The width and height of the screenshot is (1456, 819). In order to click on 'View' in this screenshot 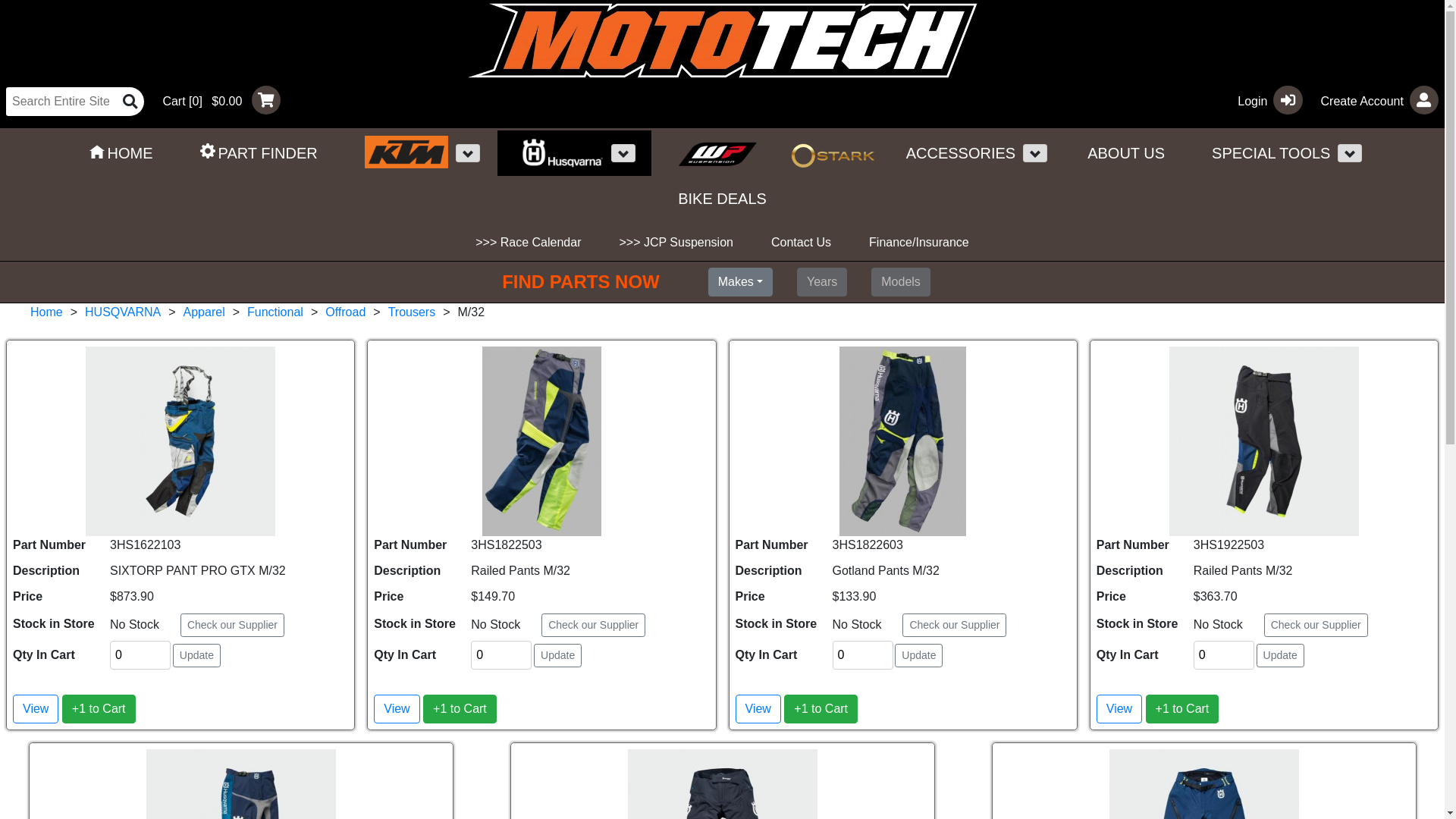, I will do `click(36, 708)`.